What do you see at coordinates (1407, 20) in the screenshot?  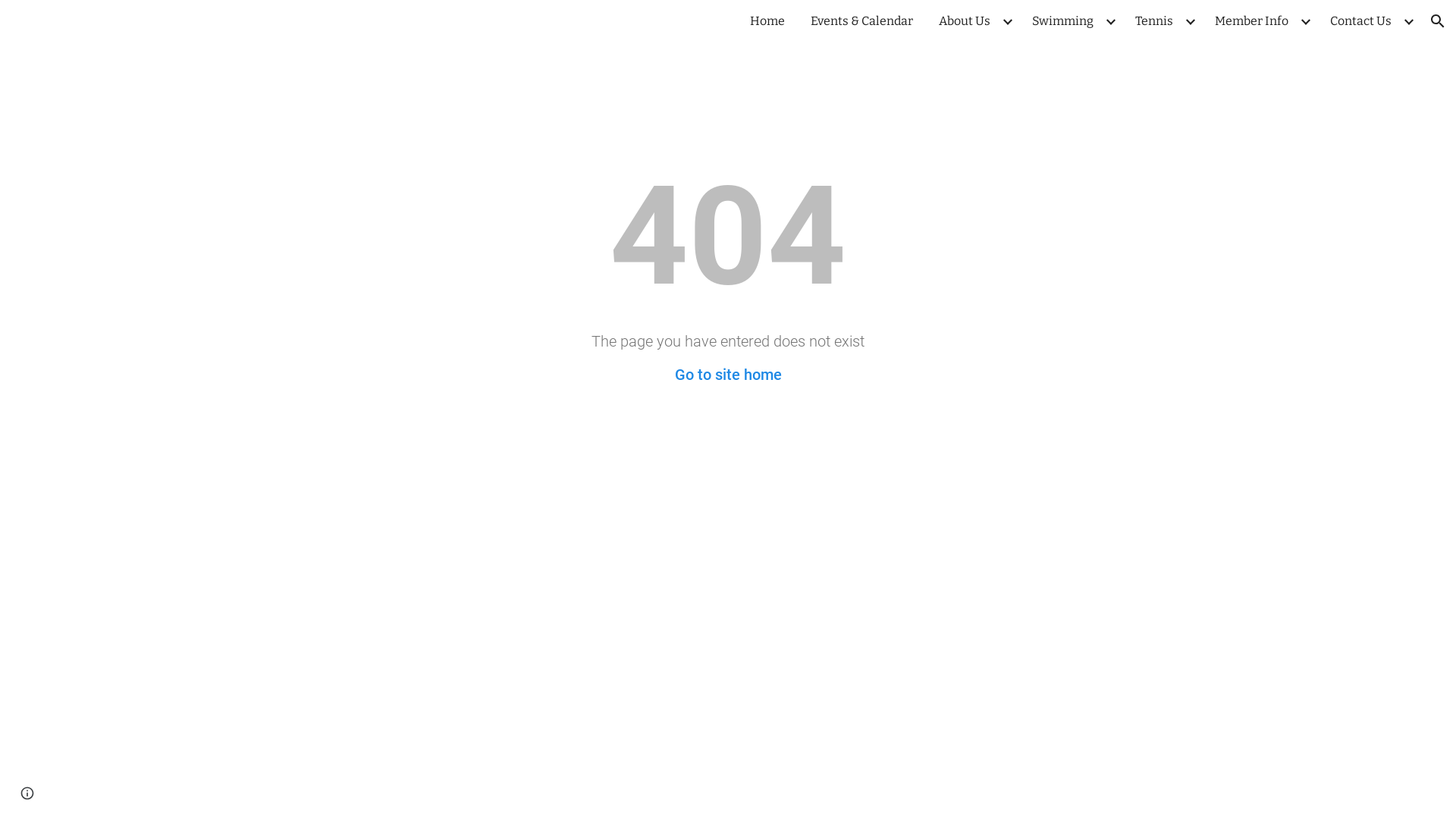 I see `'Expand/Collapse'` at bounding box center [1407, 20].